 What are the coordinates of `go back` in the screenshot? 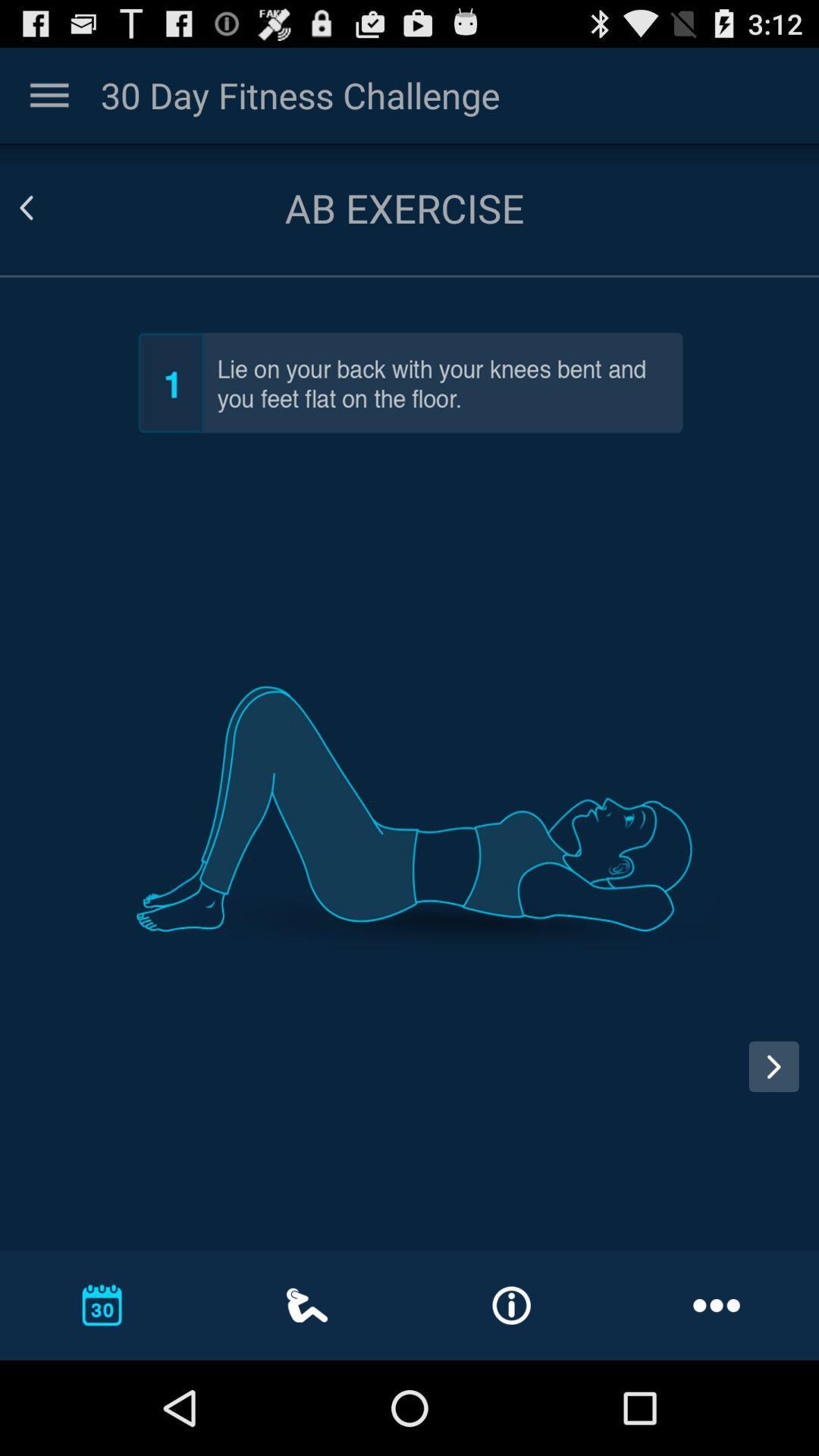 It's located at (44, 207).